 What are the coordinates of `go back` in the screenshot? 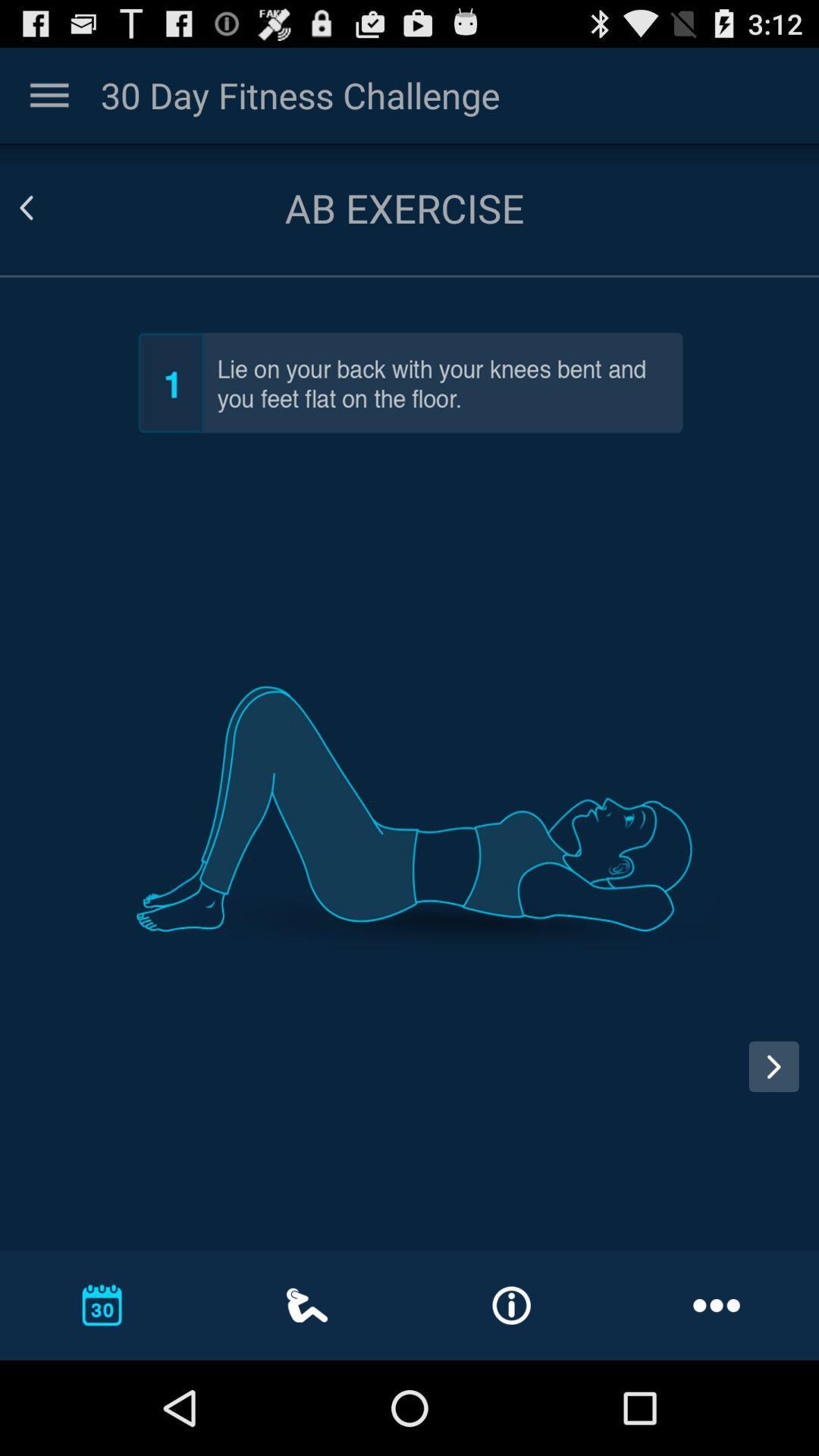 It's located at (44, 207).